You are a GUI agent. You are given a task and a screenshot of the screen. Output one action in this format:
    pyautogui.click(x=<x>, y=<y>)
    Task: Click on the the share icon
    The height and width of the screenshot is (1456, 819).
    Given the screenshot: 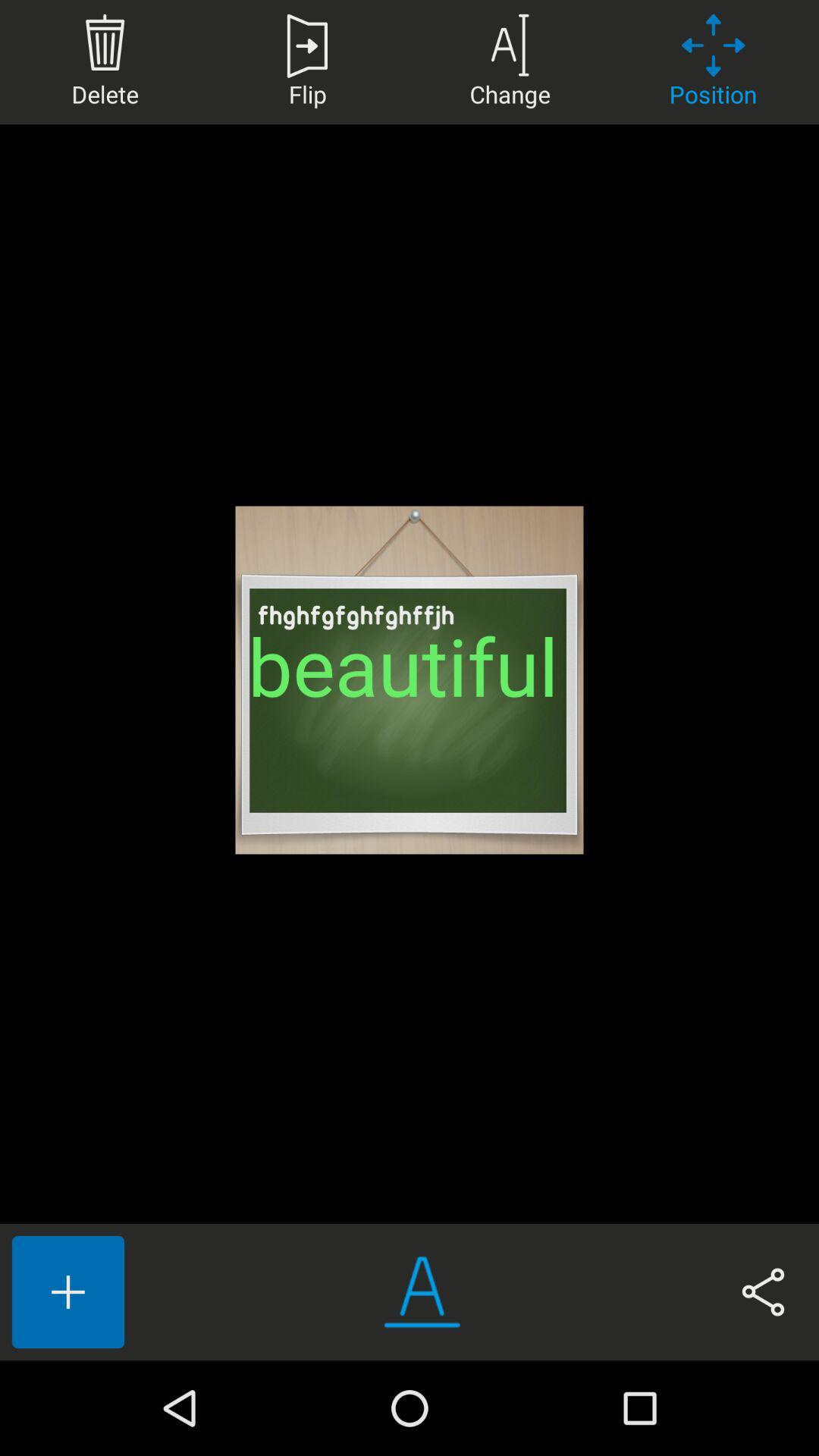 What is the action you would take?
    pyautogui.click(x=763, y=1291)
    